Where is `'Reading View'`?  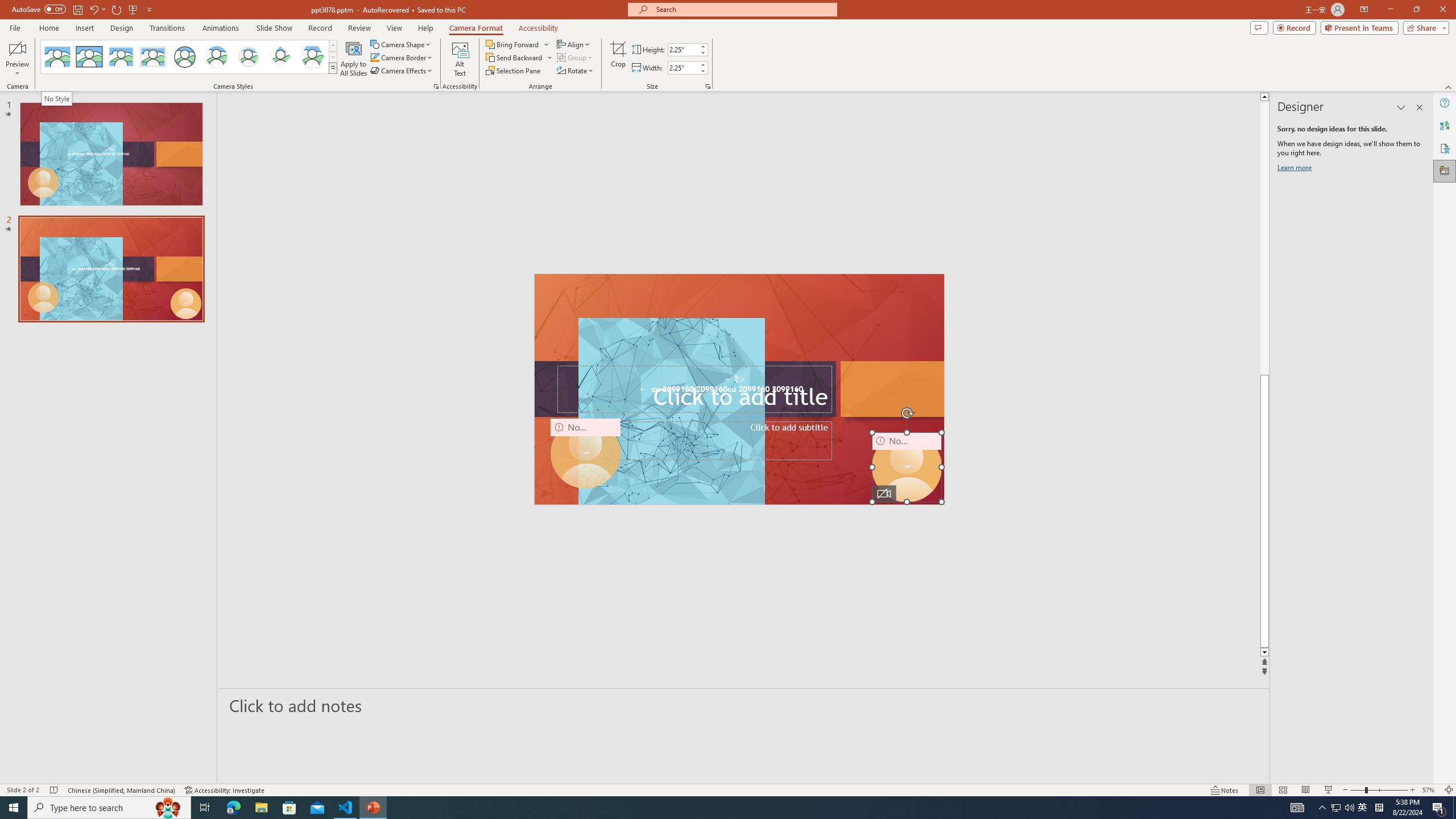 'Reading View' is located at coordinates (1305, 790).